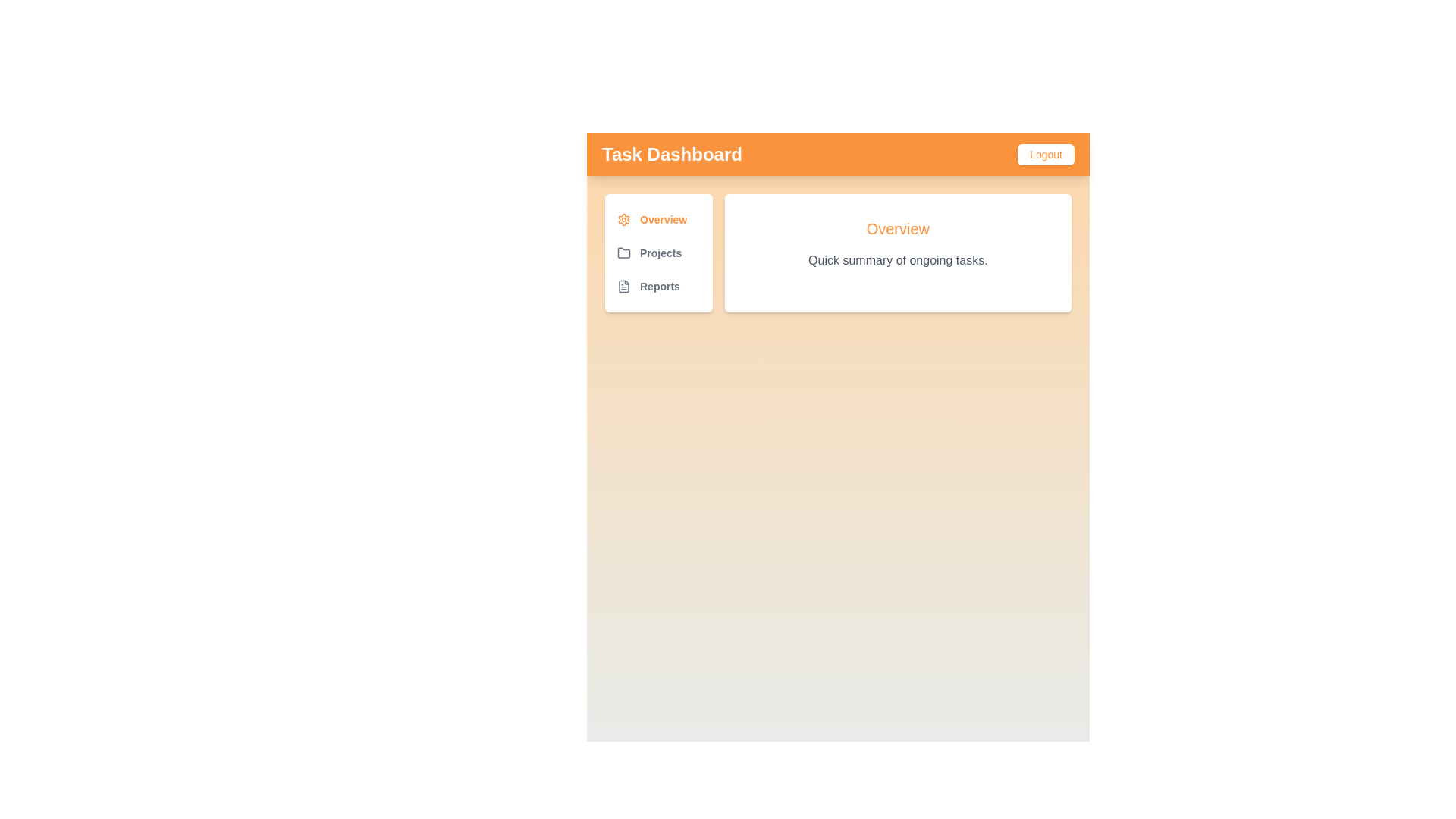 This screenshot has height=819, width=1456. I want to click on the settings icon located in the 'Overview' section of the left navigation bar, so click(623, 219).